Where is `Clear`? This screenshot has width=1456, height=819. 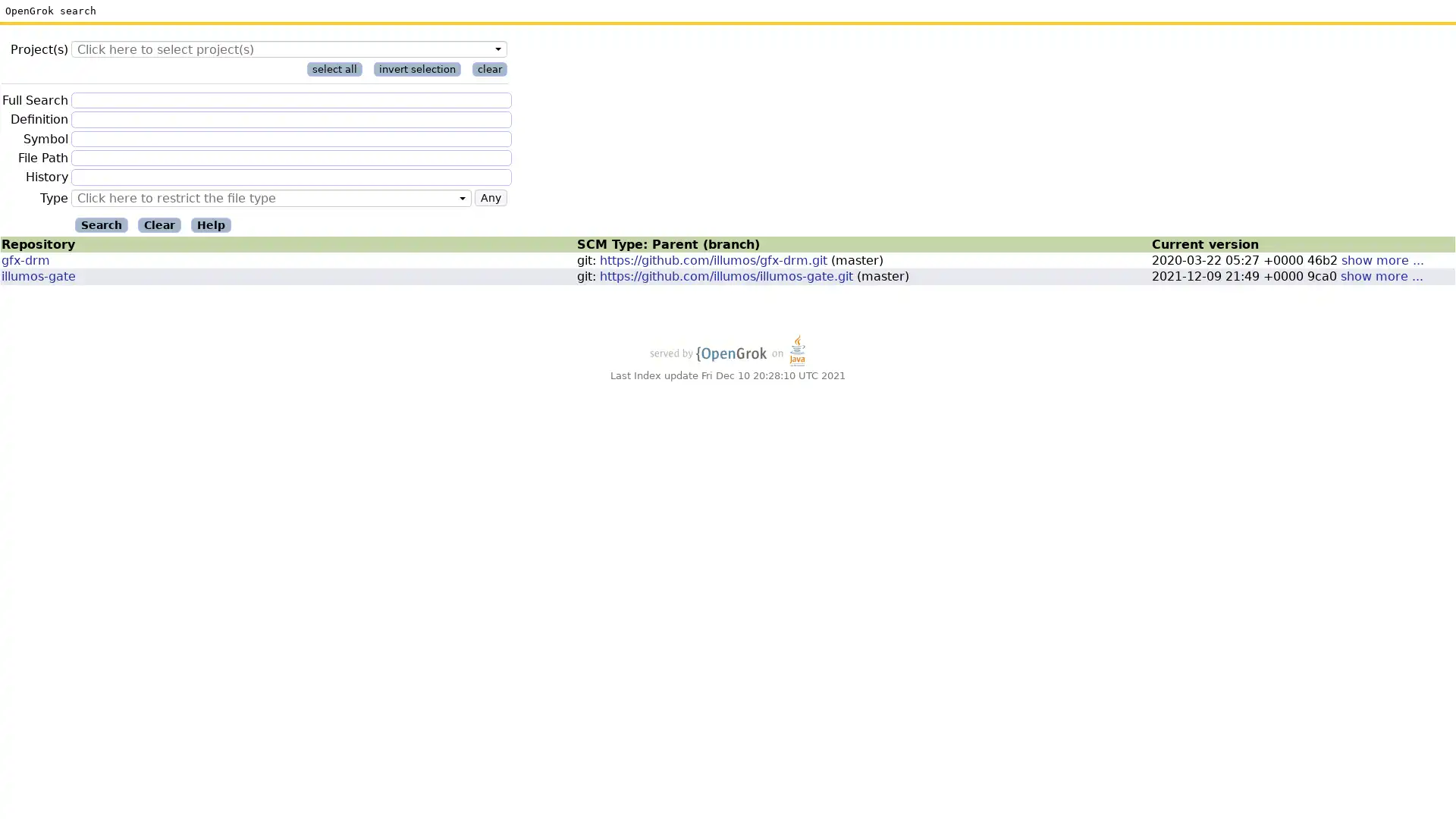 Clear is located at coordinates (159, 224).